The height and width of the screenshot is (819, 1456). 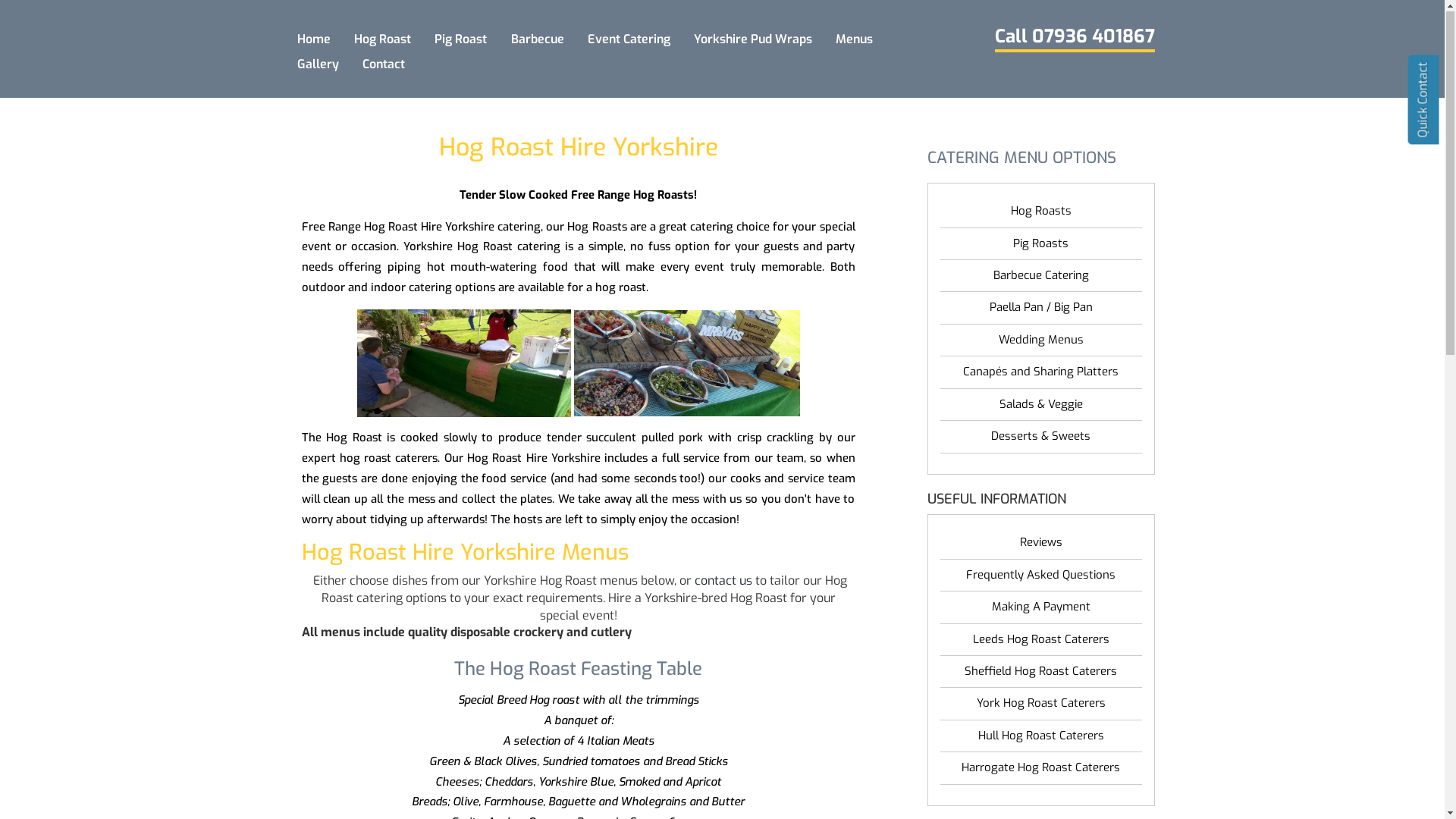 I want to click on 'Barbecue Catering', so click(x=1040, y=276).